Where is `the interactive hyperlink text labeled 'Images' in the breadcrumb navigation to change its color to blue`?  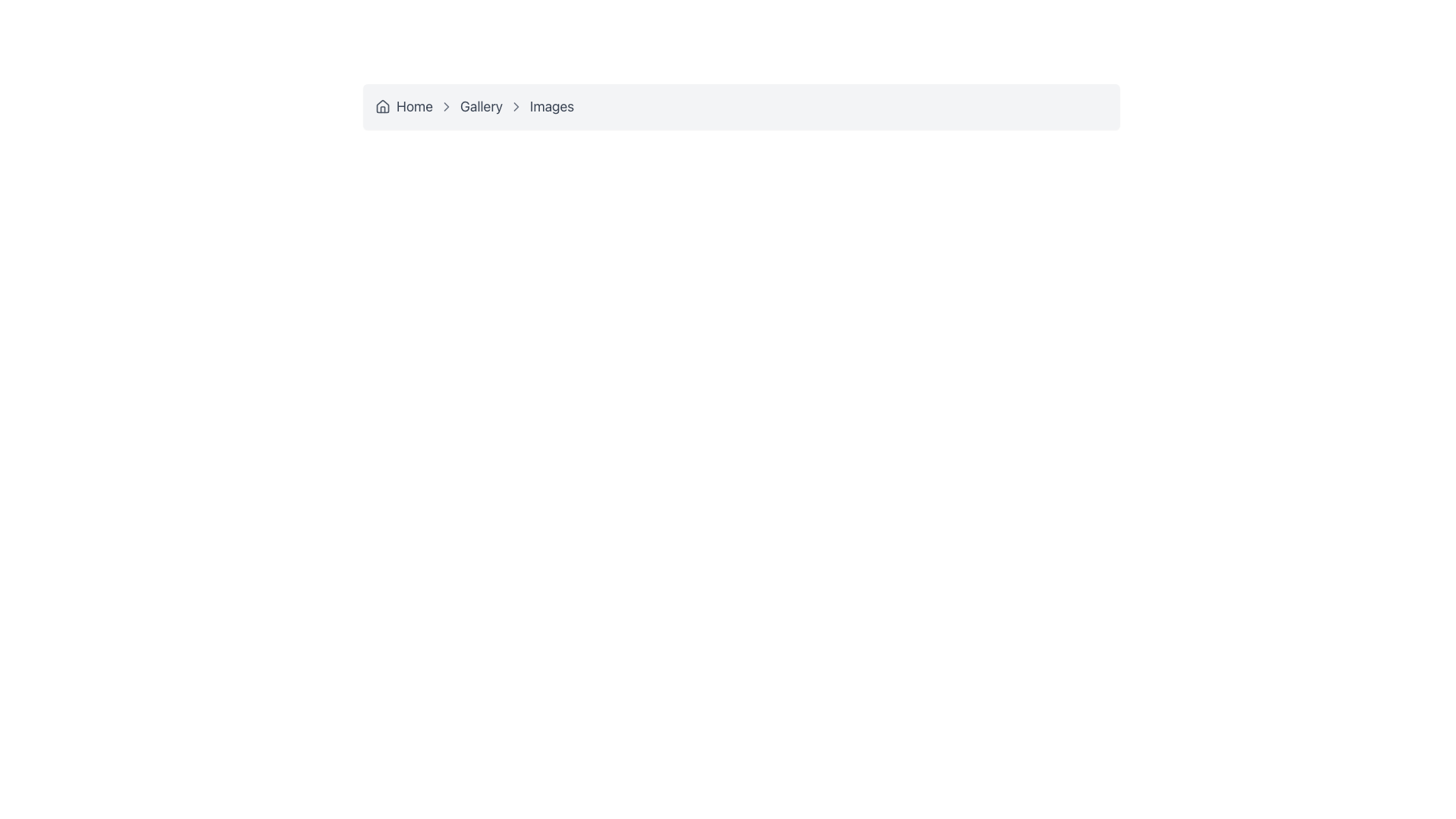 the interactive hyperlink text labeled 'Images' in the breadcrumb navigation to change its color to blue is located at coordinates (551, 106).